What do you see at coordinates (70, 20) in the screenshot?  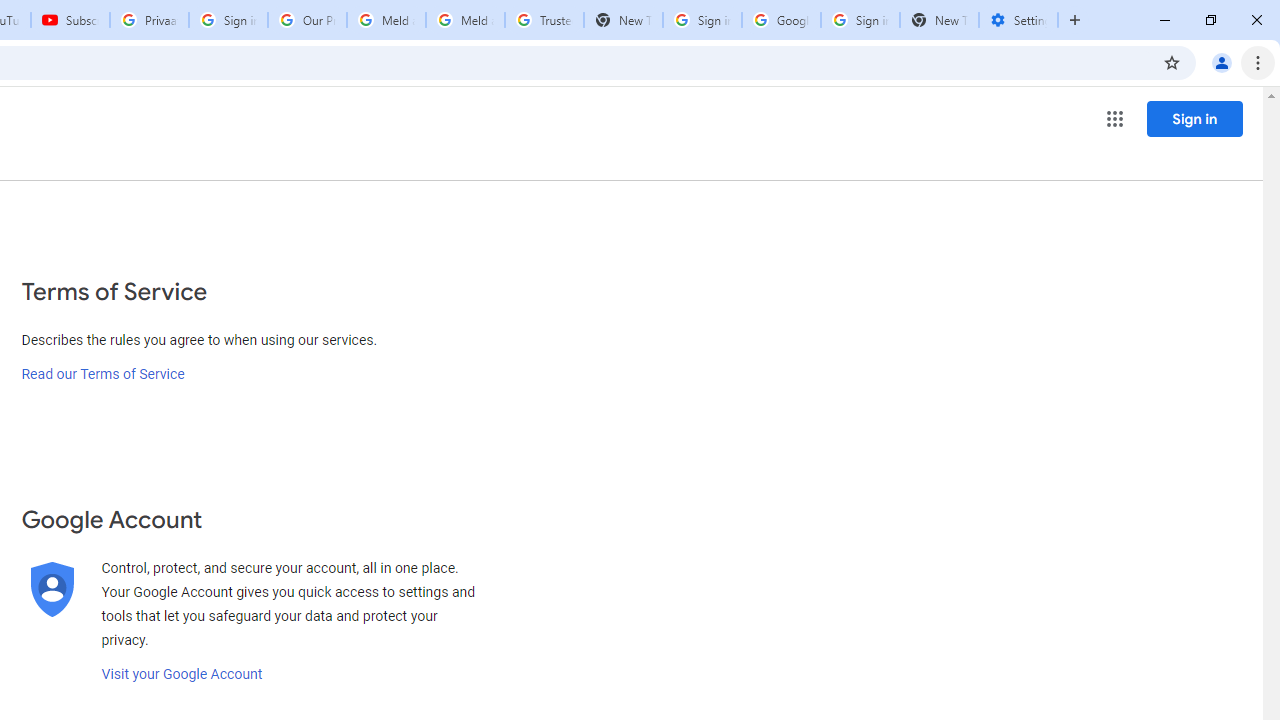 I see `'Subscriptions - YouTube'` at bounding box center [70, 20].